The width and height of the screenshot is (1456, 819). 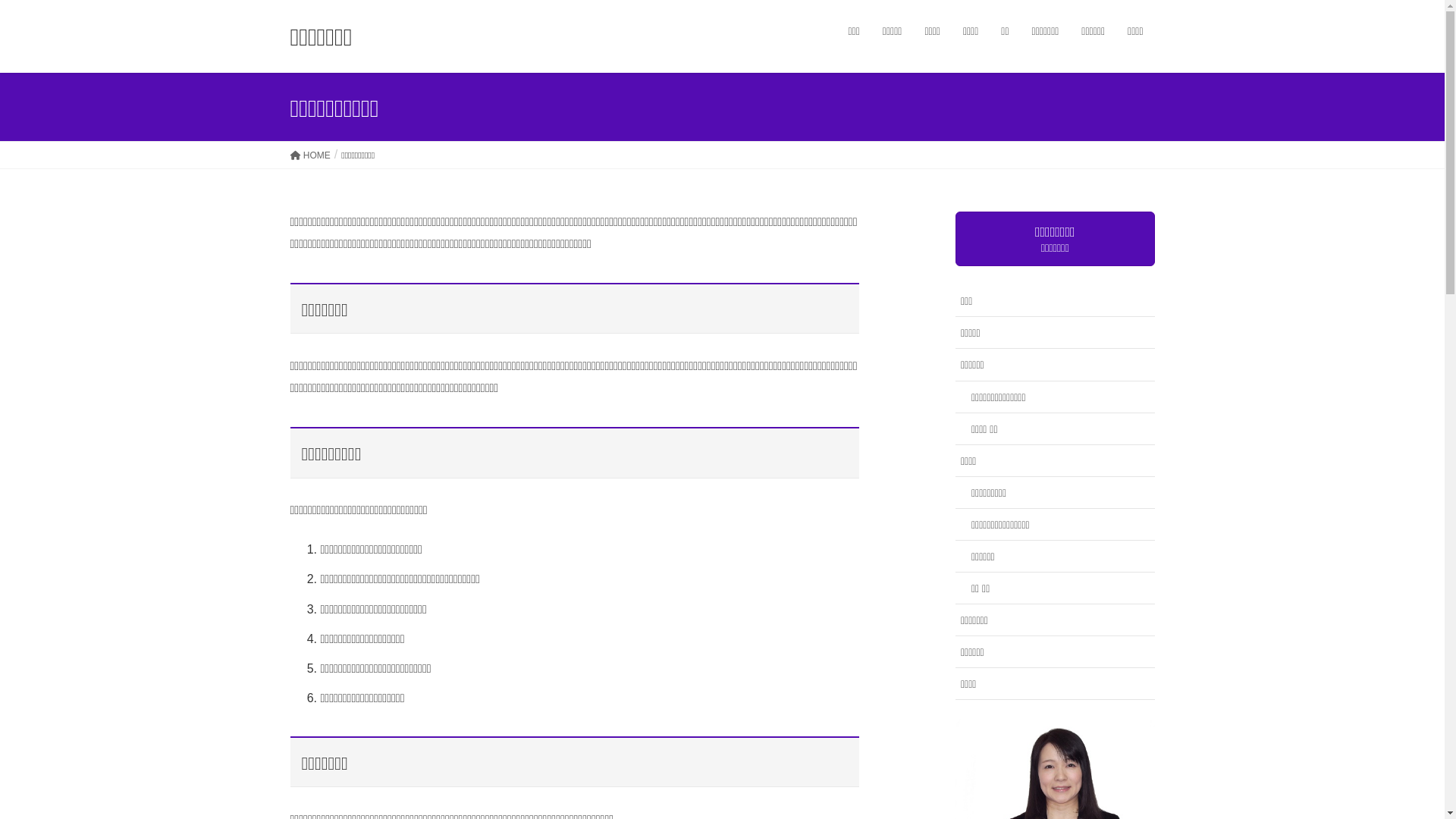 What do you see at coordinates (309, 155) in the screenshot?
I see `'HOME'` at bounding box center [309, 155].